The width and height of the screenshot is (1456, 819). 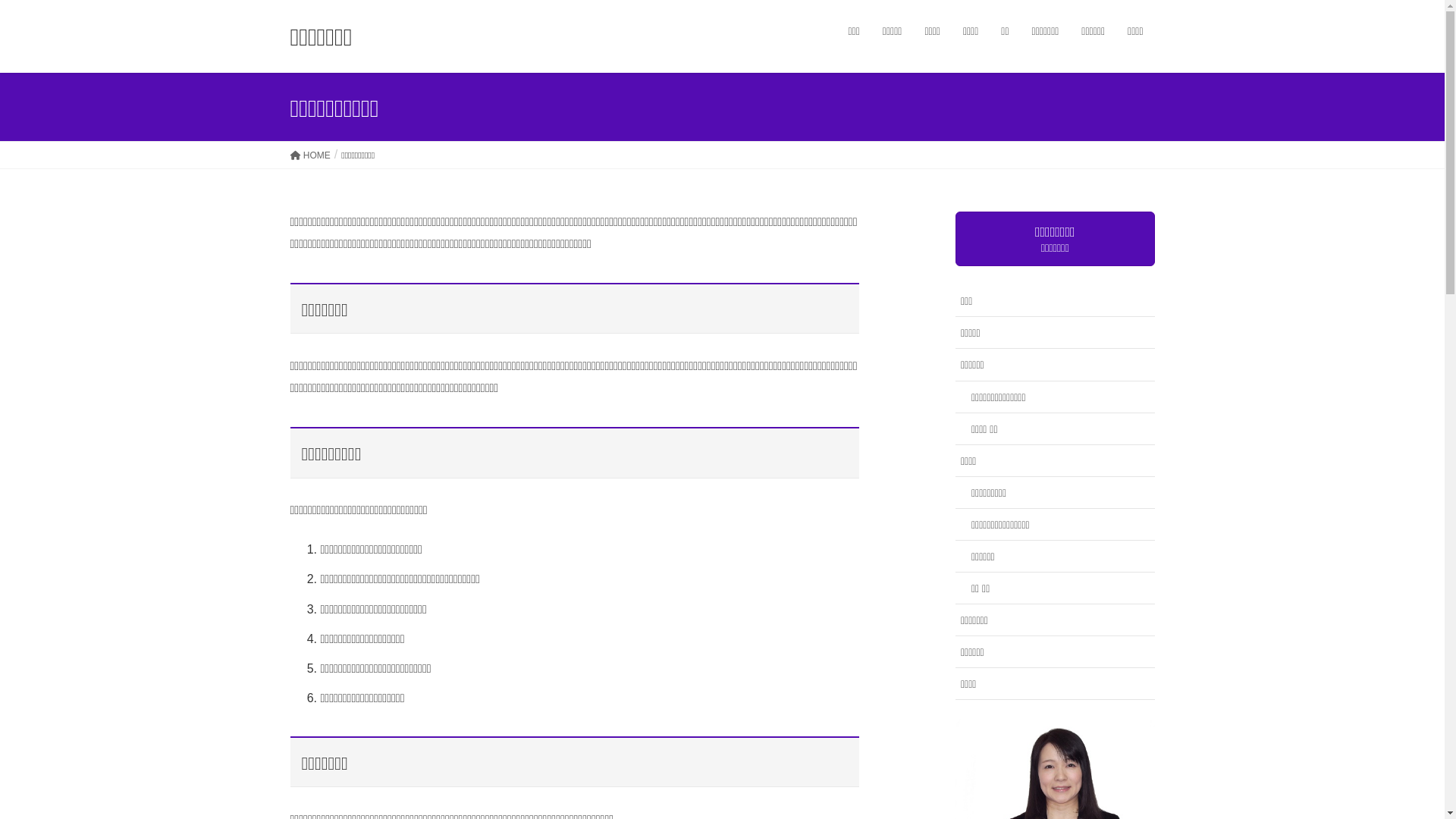 What do you see at coordinates (309, 155) in the screenshot?
I see `'HOME'` at bounding box center [309, 155].